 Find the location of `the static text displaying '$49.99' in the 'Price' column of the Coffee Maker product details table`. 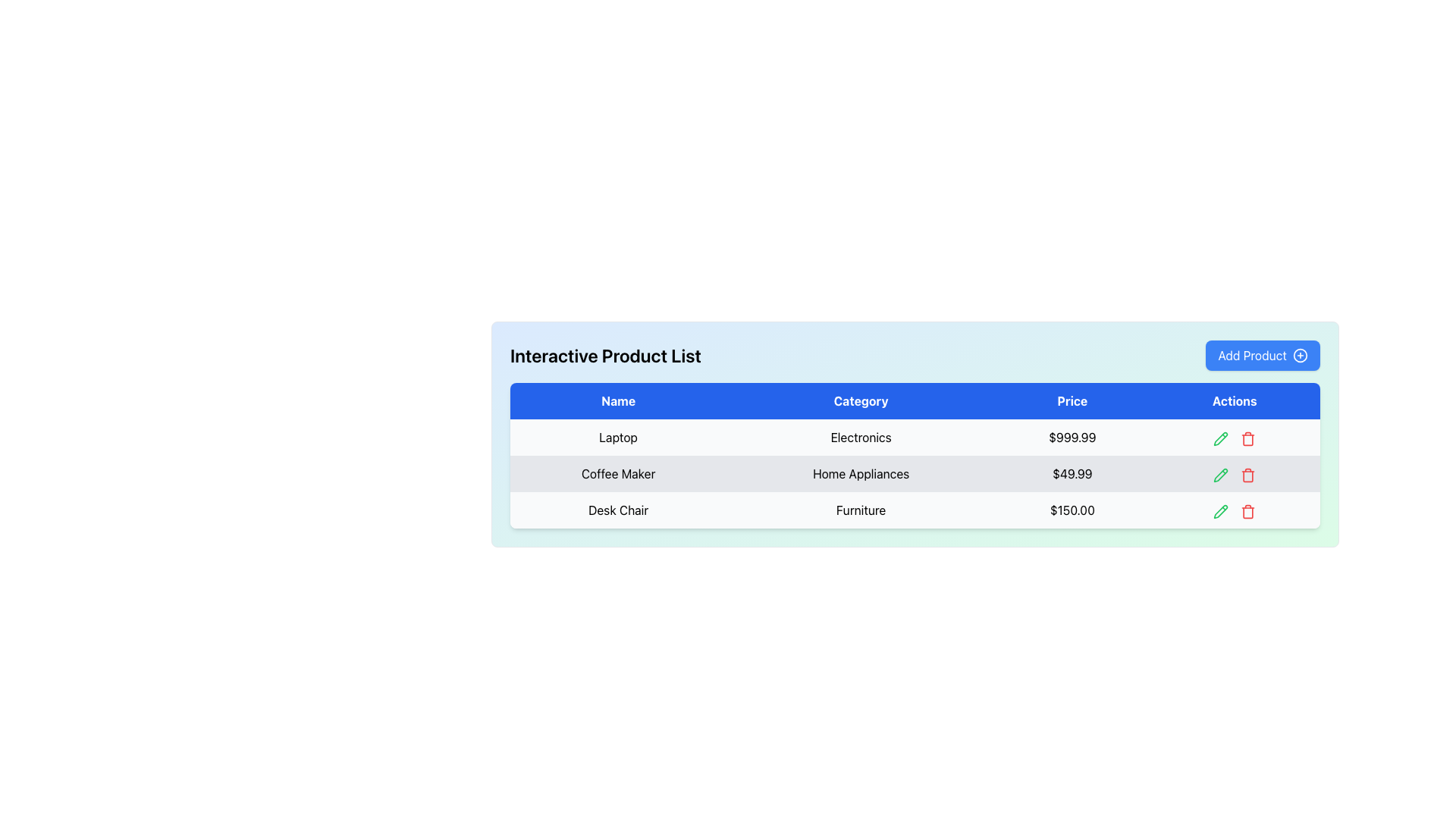

the static text displaying '$49.99' in the 'Price' column of the Coffee Maker product details table is located at coordinates (1072, 472).